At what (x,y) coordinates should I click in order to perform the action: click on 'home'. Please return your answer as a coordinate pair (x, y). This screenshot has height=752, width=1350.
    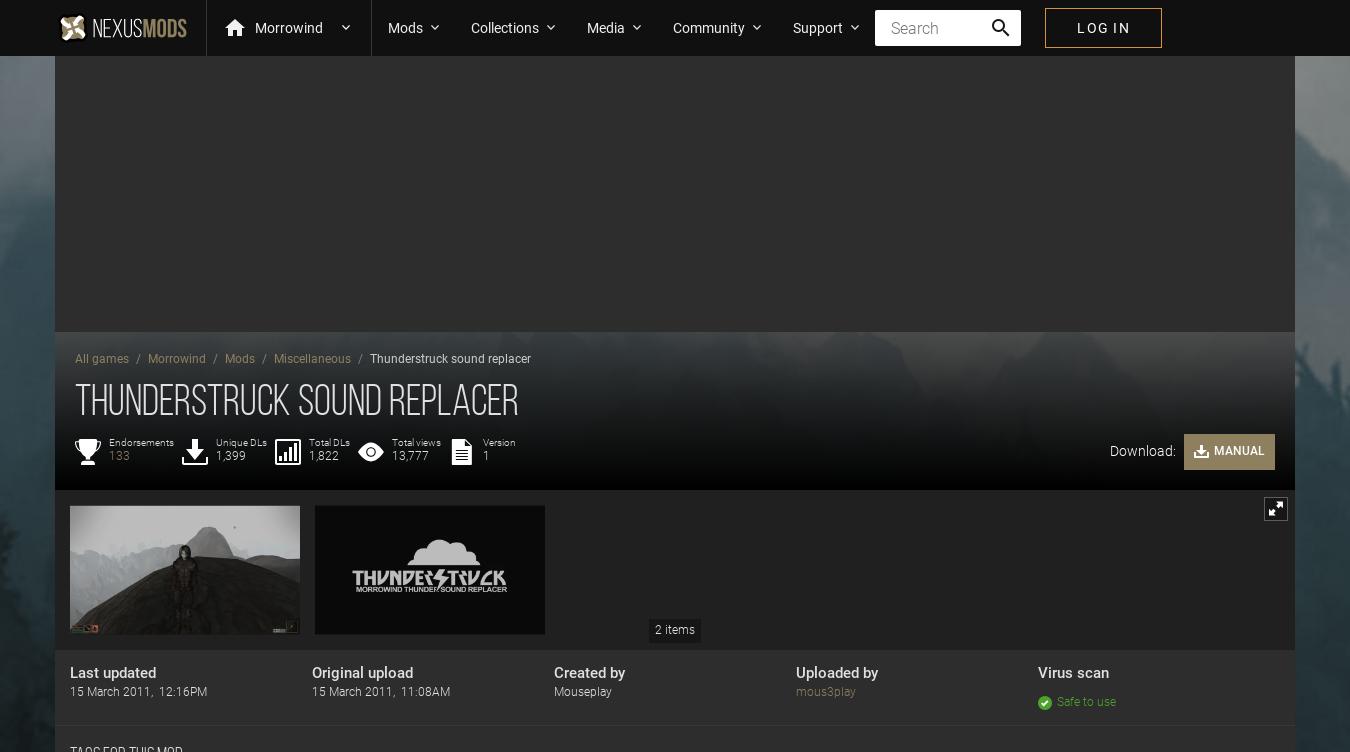
    Looking at the image, I should click on (223, 27).